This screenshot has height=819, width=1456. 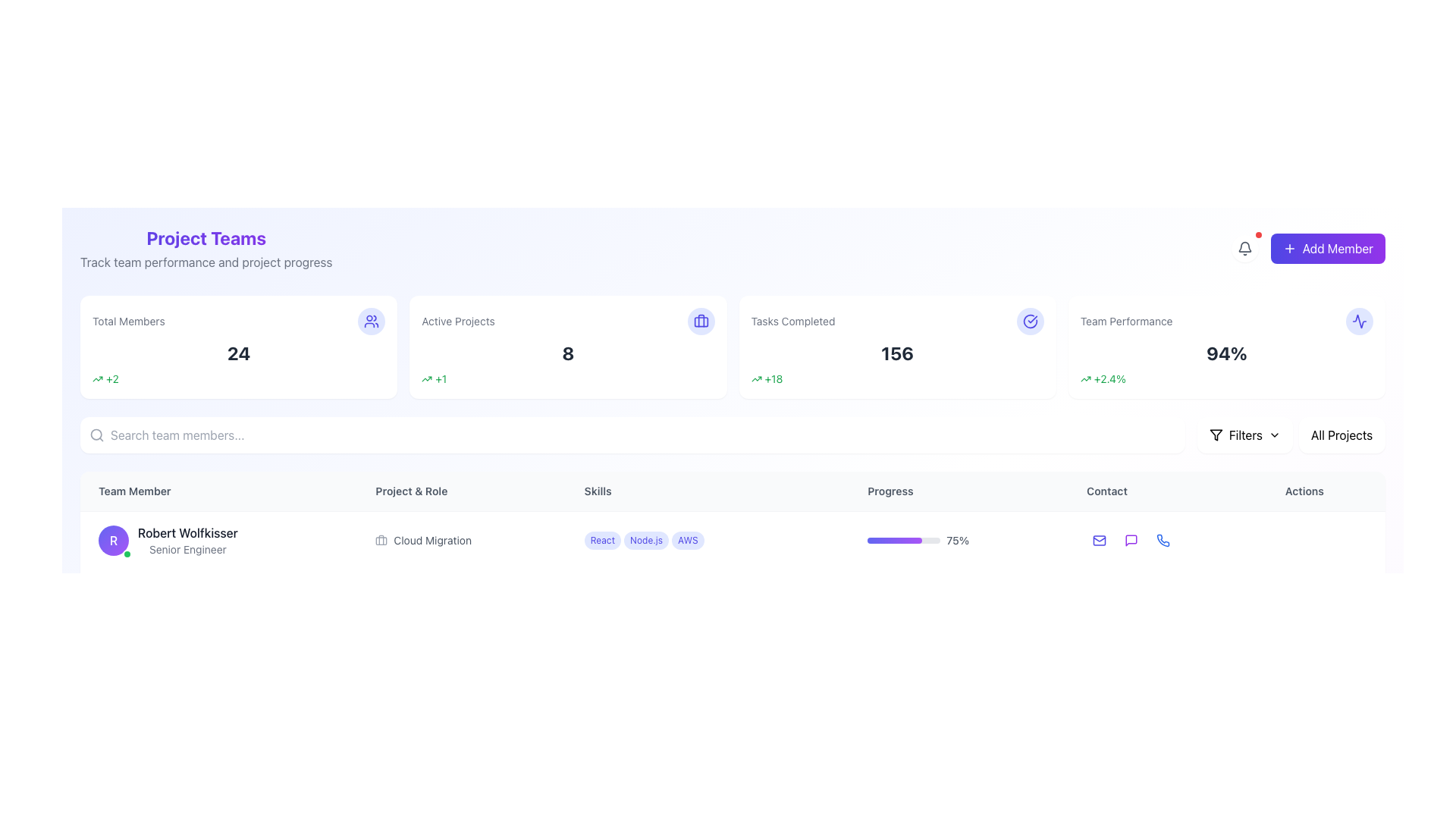 I want to click on the percentage indicator text label located within the 'Team Performance' card, positioned at the far right of the top row of summary cards, adjacent to the upward trending icon, so click(x=1109, y=378).